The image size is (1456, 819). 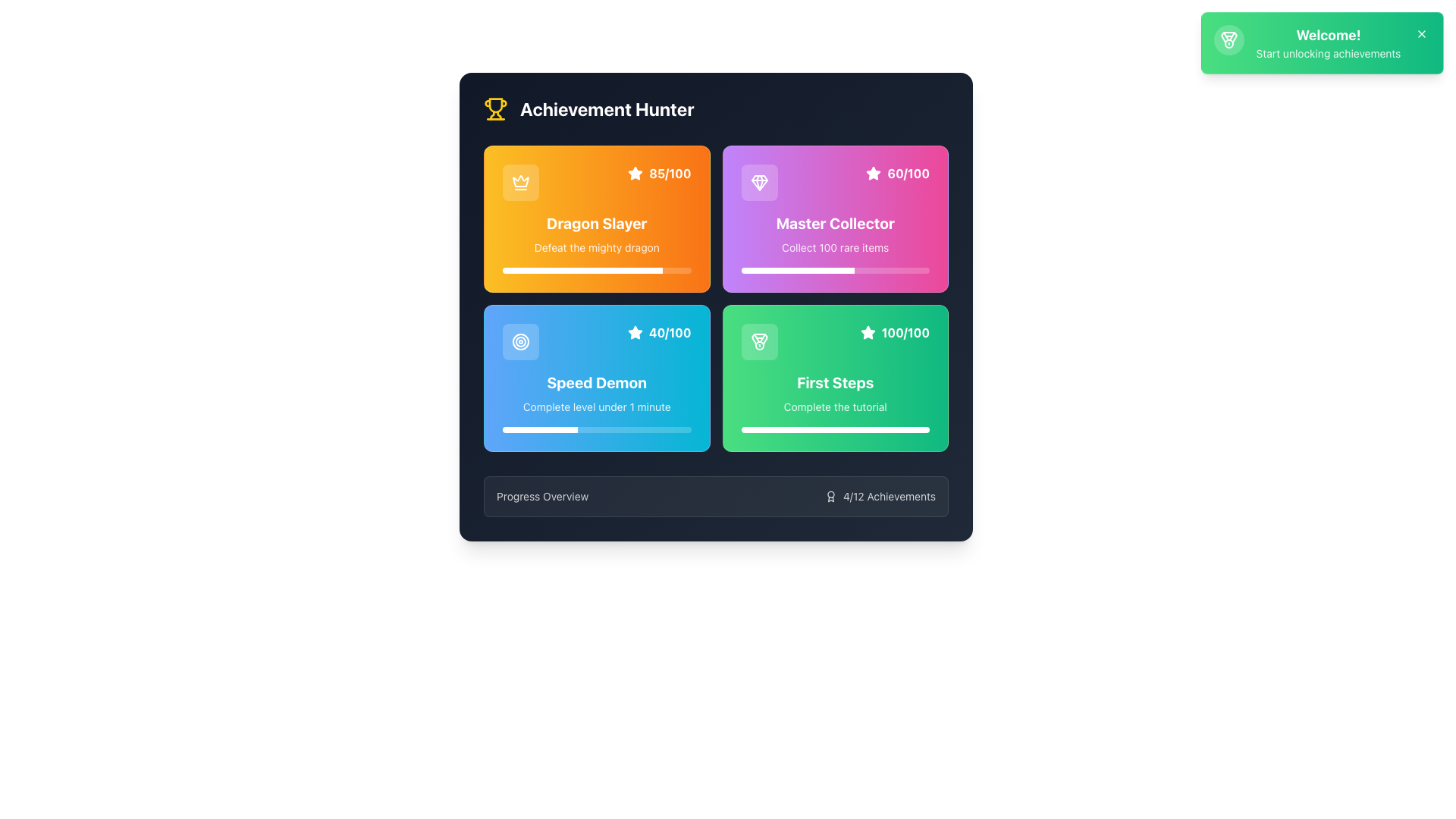 I want to click on the close button located at the top-right corner of the green 'Welcome! Start unlocking achievements' banner, so click(x=1421, y=34).